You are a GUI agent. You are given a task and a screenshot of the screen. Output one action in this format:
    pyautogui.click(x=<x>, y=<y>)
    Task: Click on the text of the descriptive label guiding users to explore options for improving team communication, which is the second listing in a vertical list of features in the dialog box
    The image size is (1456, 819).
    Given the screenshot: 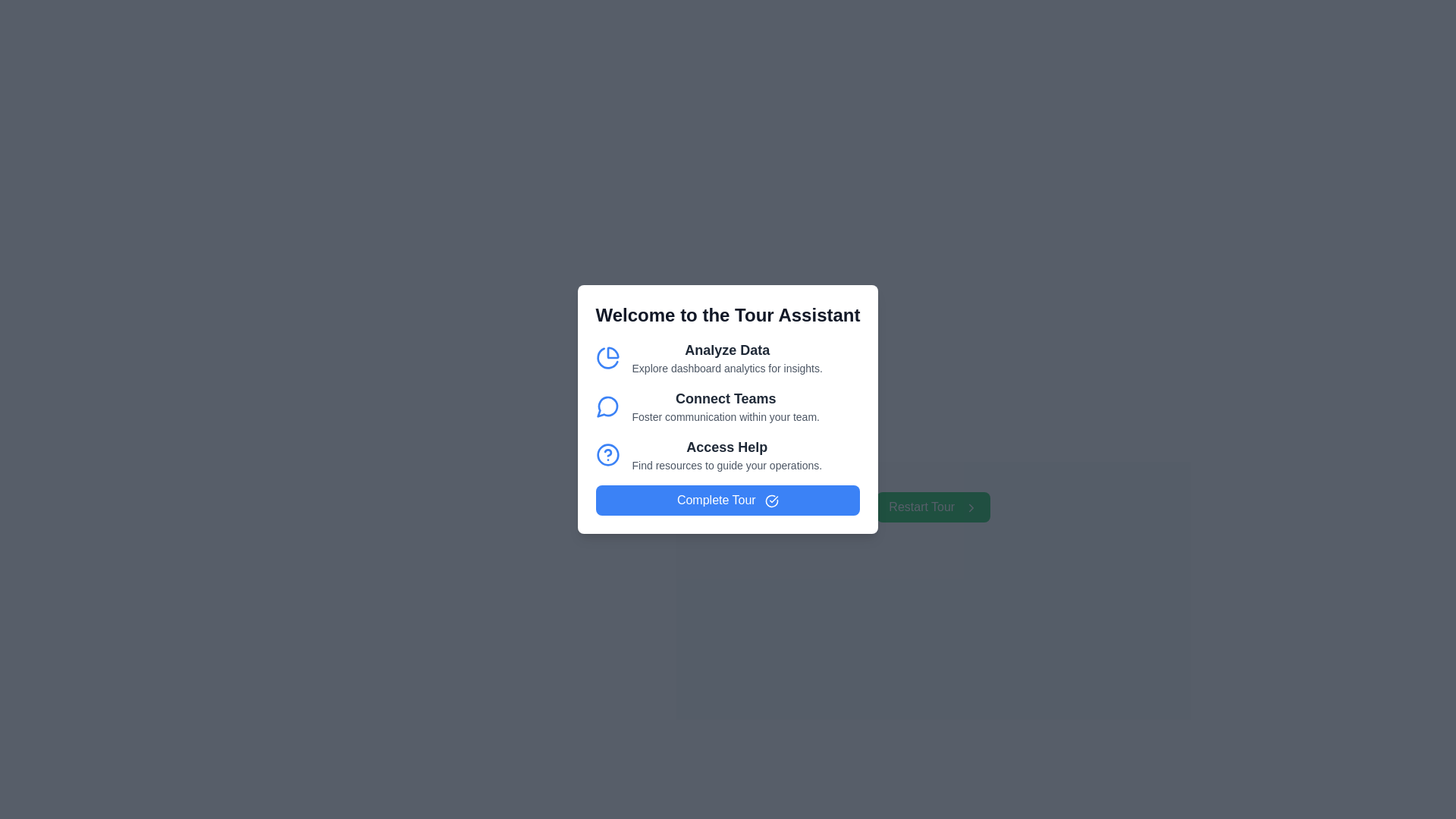 What is the action you would take?
    pyautogui.click(x=725, y=406)
    